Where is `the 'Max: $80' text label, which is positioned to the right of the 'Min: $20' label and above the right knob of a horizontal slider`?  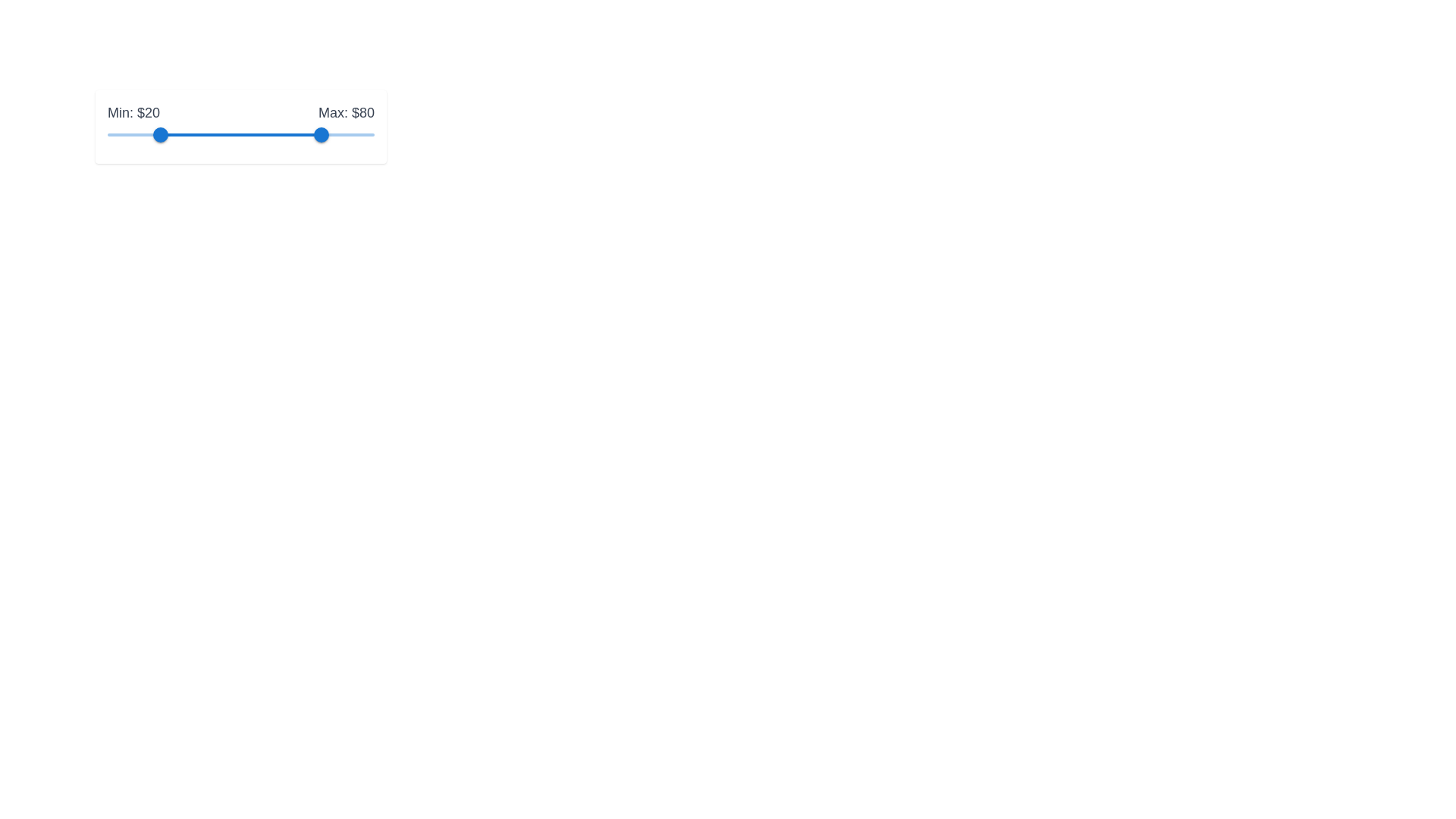
the 'Max: $80' text label, which is positioned to the right of the 'Min: $20' label and above the right knob of a horizontal slider is located at coordinates (345, 112).